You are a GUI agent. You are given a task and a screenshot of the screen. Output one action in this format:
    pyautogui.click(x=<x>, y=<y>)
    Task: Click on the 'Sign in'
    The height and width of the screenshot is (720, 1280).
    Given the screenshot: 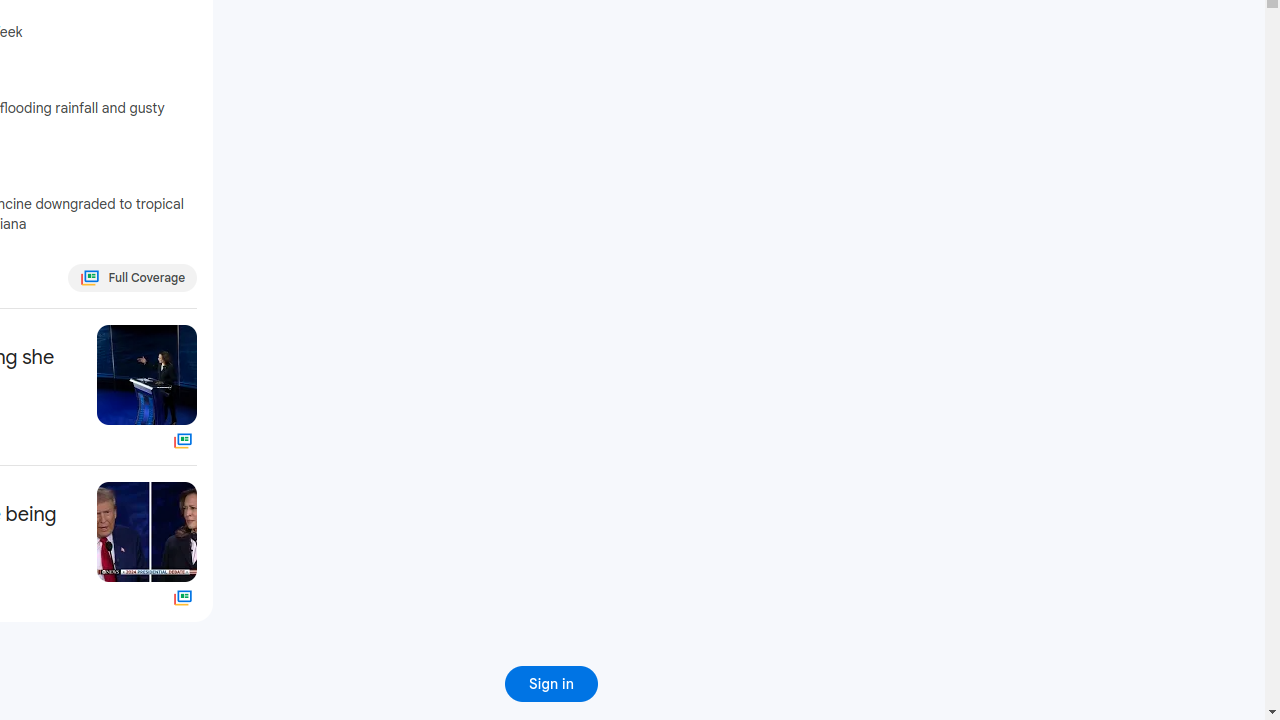 What is the action you would take?
    pyautogui.click(x=552, y=683)
    